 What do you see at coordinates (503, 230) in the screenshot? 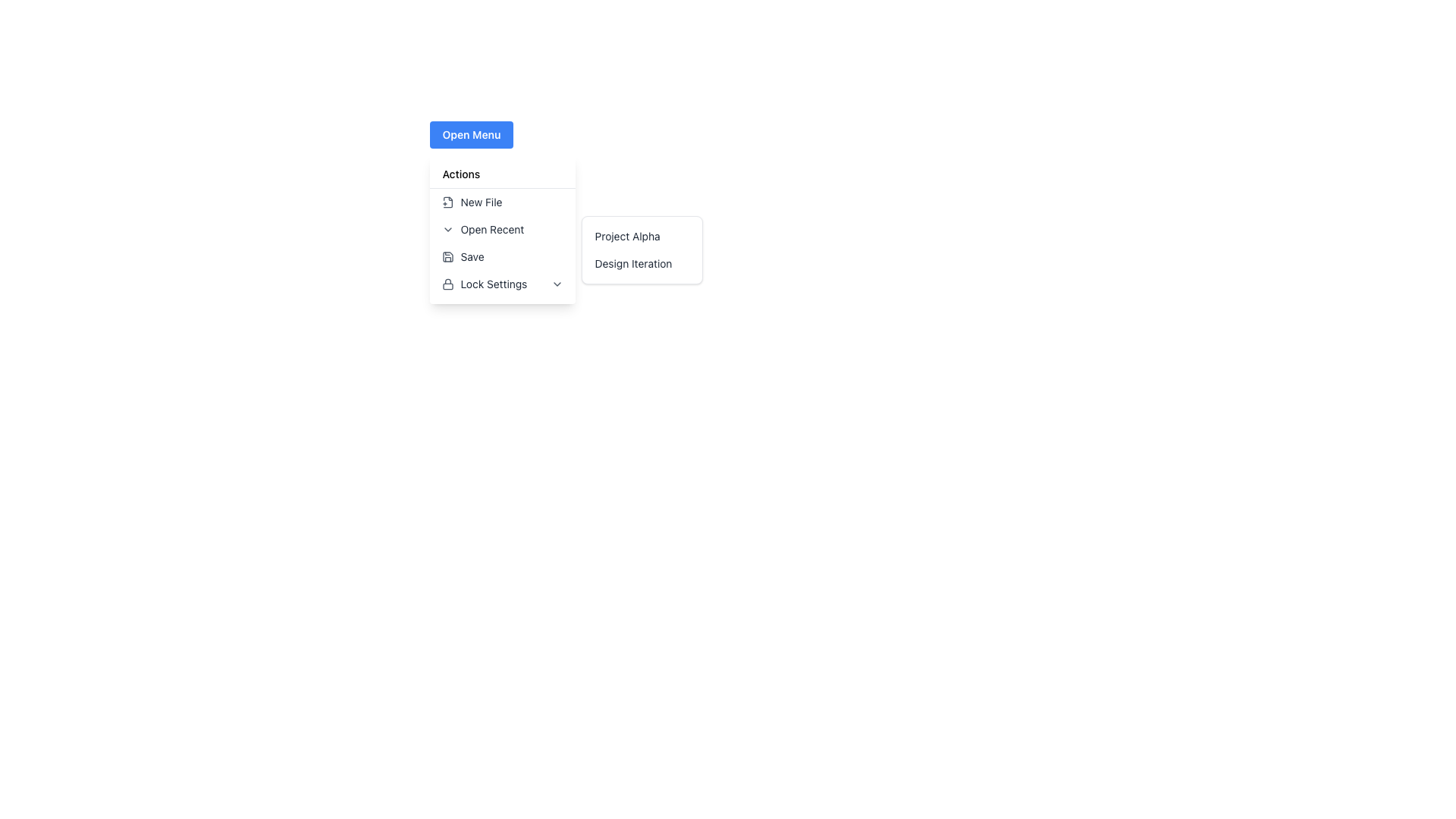
I see `the 'Open Recent' dropdown menu item, which is the second item under the 'Actions' title in the vertical list` at bounding box center [503, 230].